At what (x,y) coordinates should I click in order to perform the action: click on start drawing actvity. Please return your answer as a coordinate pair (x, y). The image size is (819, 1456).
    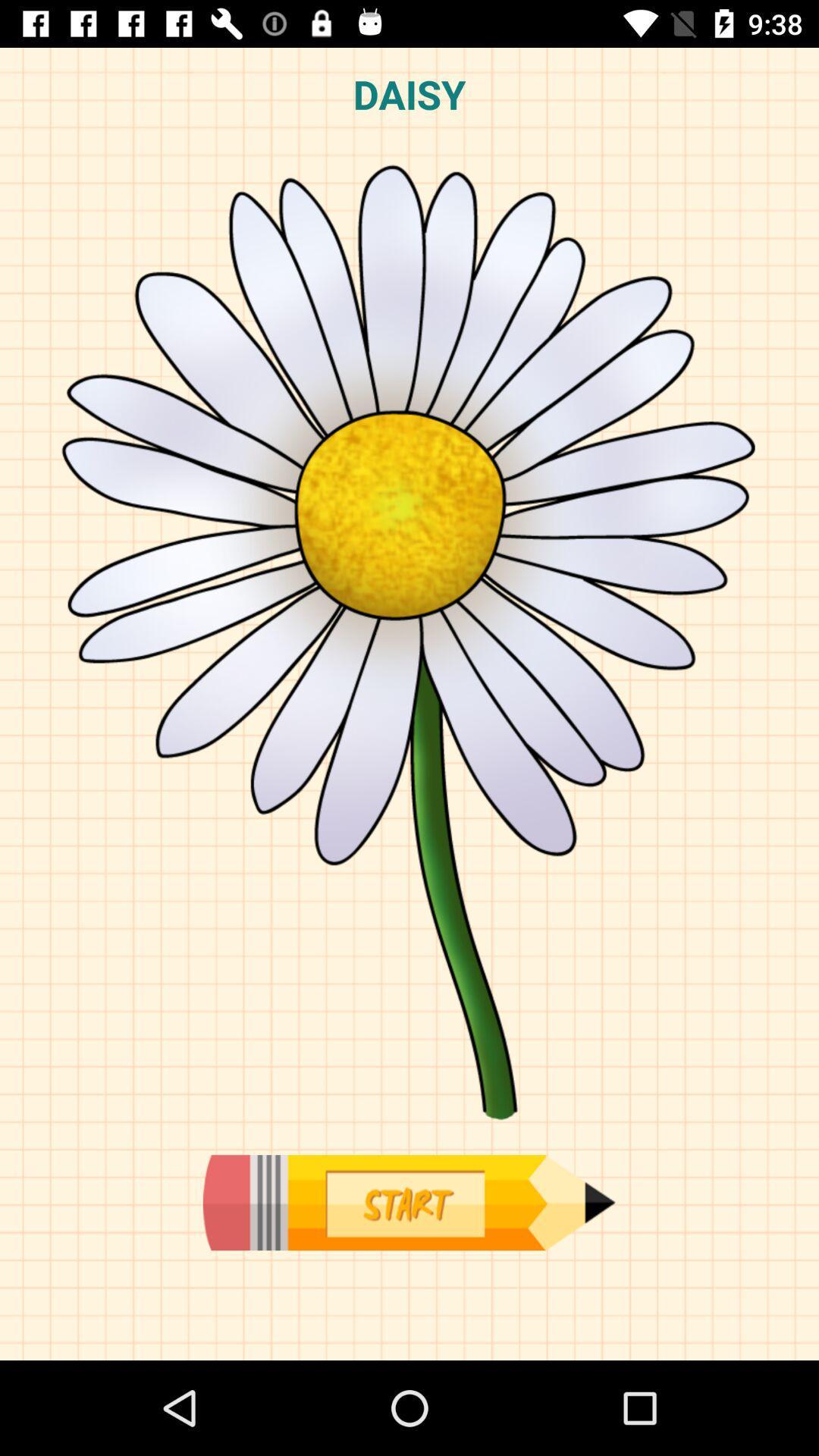
    Looking at the image, I should click on (408, 1202).